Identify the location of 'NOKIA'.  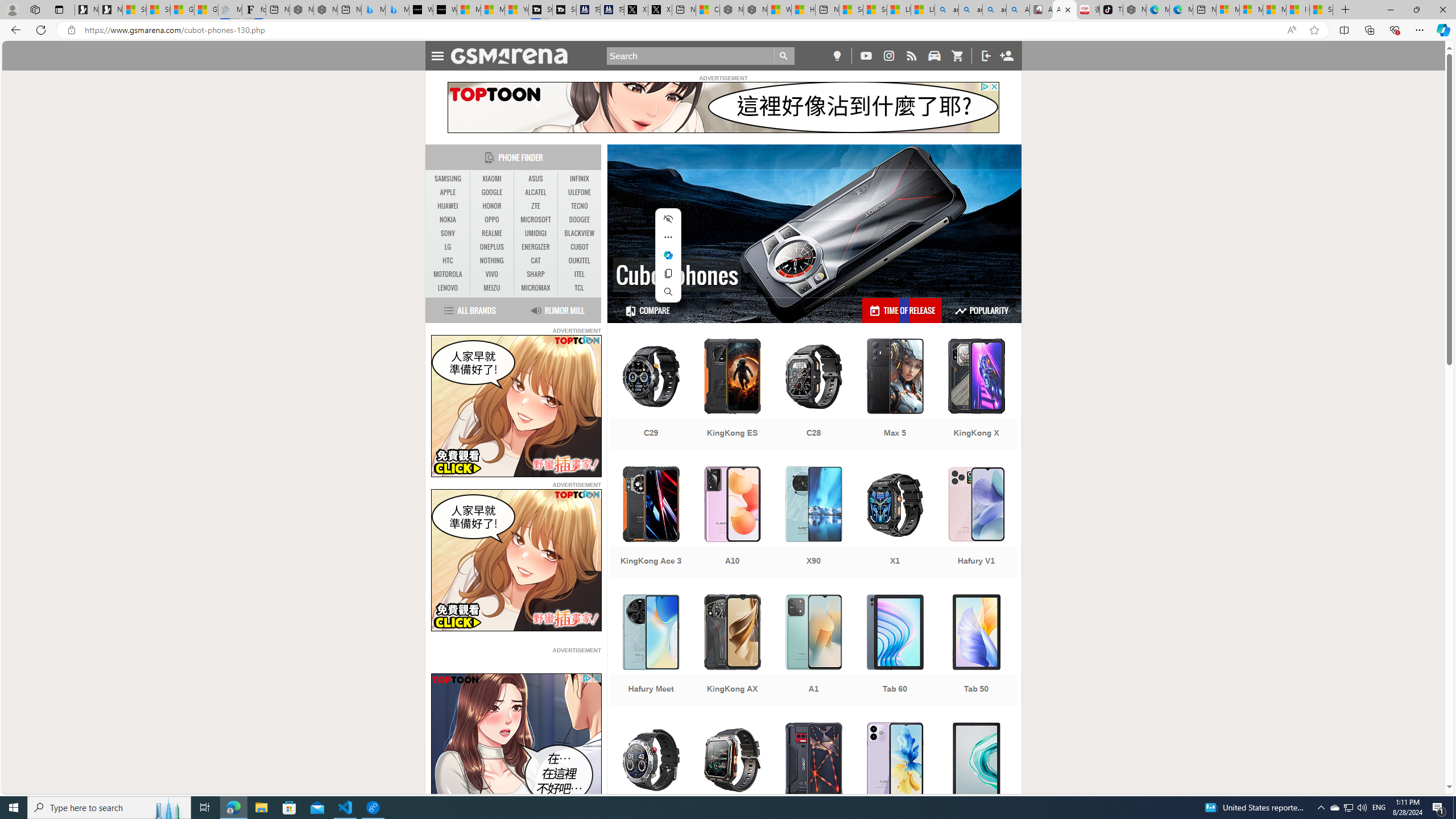
(448, 220).